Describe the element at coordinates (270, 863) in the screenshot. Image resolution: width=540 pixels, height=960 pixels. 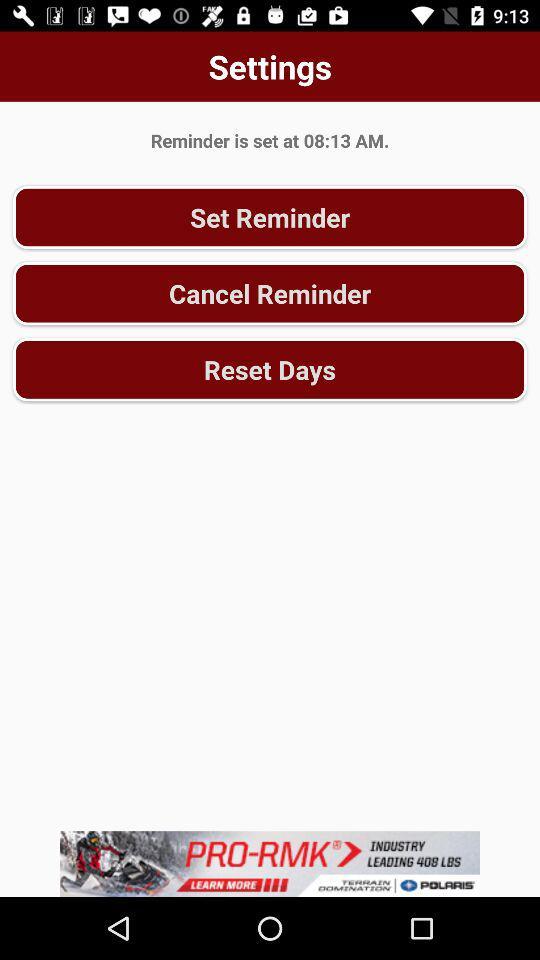
I see `website` at that location.